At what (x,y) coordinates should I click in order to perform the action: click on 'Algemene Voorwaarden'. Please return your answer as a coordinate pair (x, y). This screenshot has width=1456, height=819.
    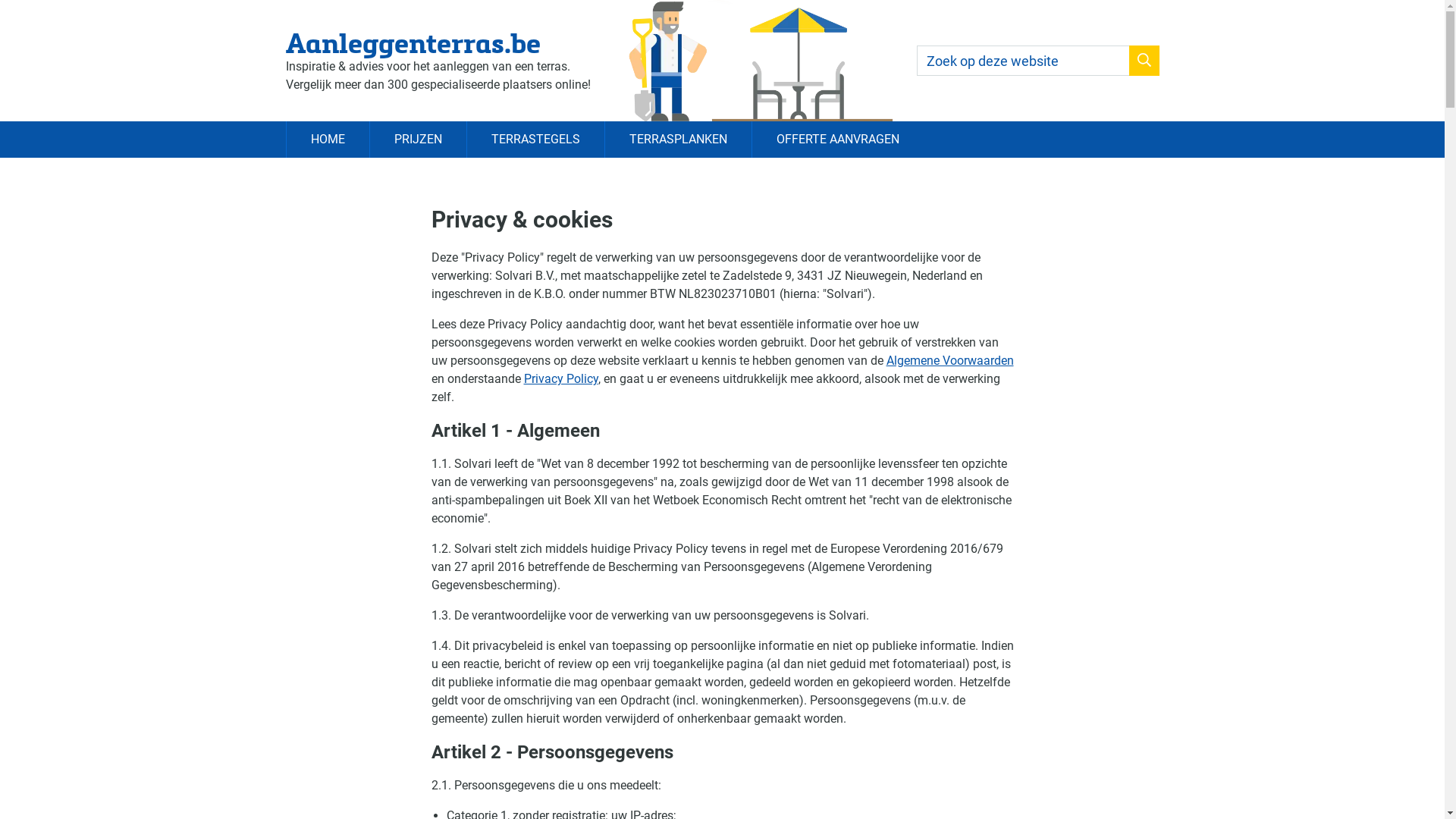
    Looking at the image, I should click on (885, 360).